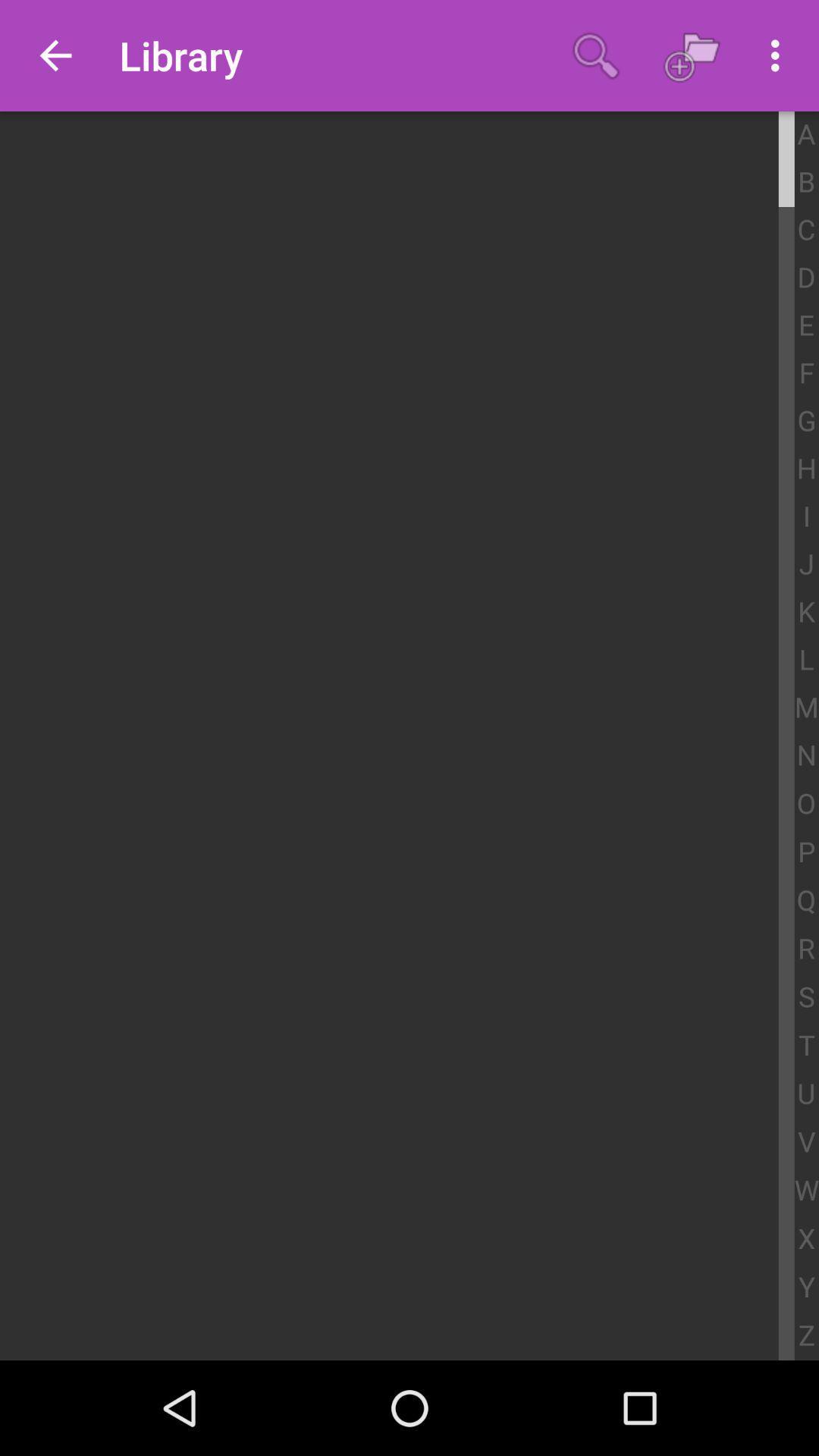 This screenshot has height=1456, width=819. I want to click on the item above b icon, so click(805, 135).